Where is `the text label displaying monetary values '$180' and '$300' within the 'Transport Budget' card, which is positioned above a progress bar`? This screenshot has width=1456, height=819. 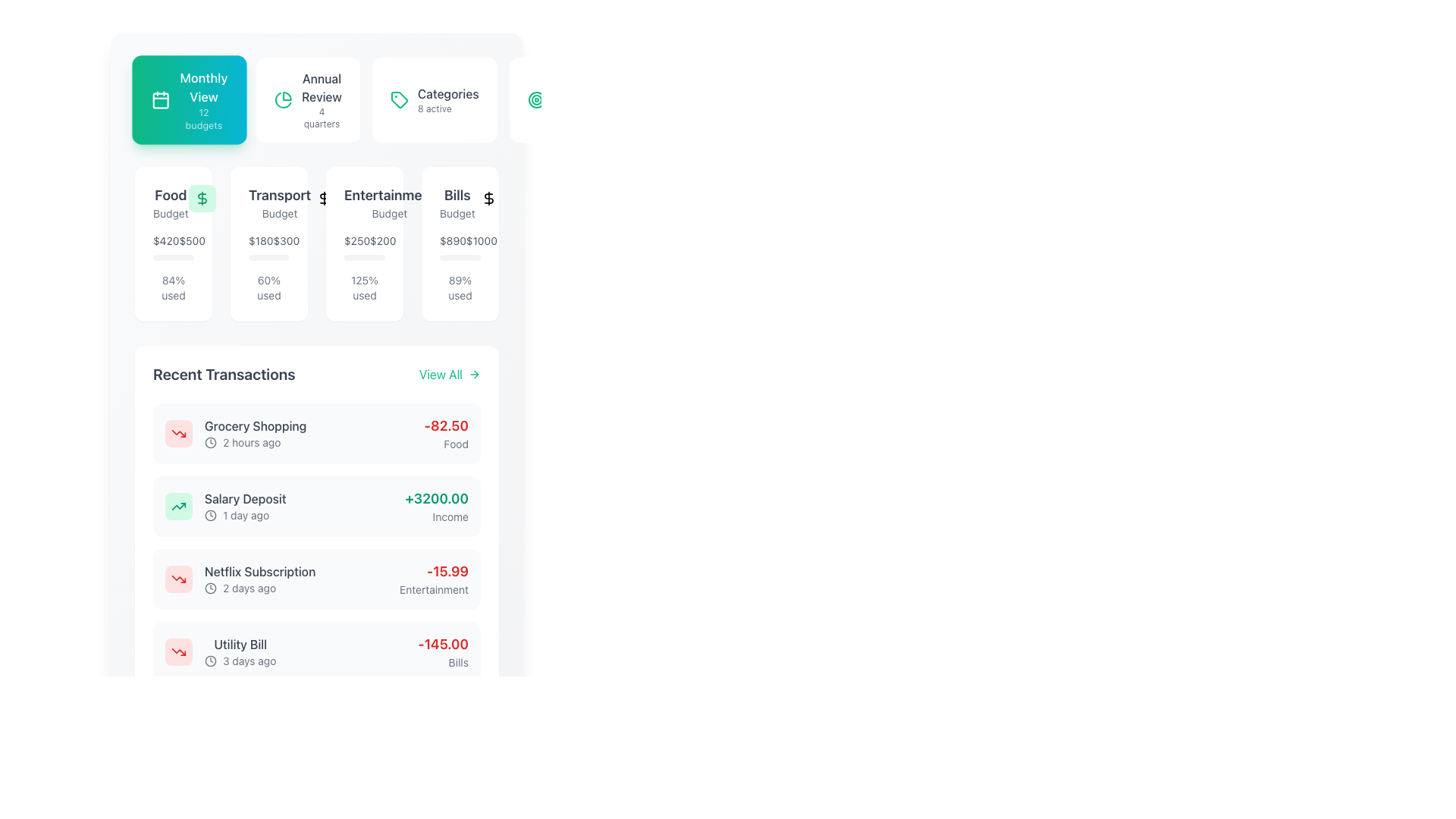
the text label displaying monetary values '$180' and '$300' within the 'Transport Budget' card, which is positioned above a progress bar is located at coordinates (269, 240).